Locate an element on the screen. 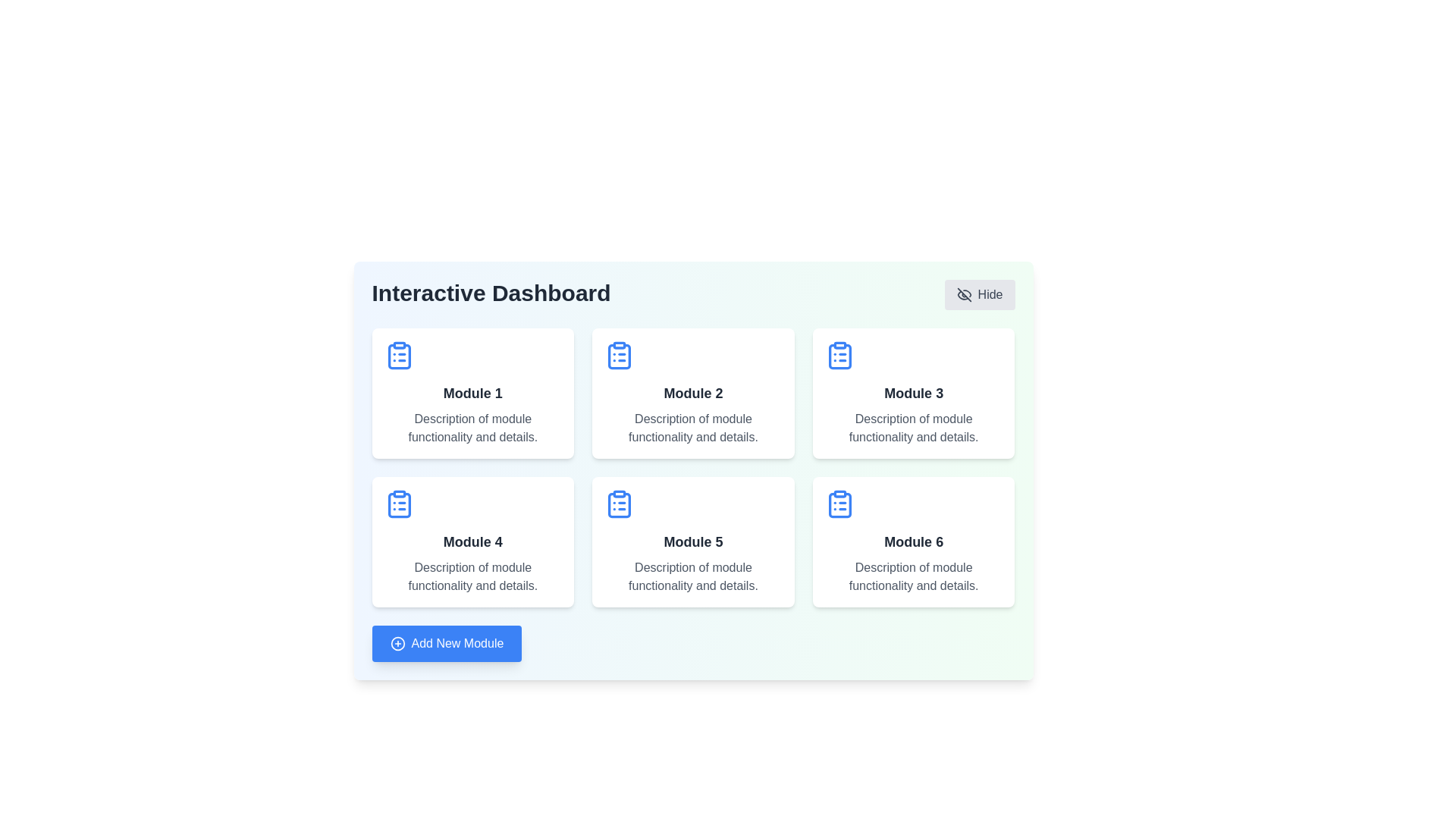 The image size is (1456, 819). the icon representing 'Module 5', located at the top-left corner of the card titled 'Module 5' is located at coordinates (620, 504).